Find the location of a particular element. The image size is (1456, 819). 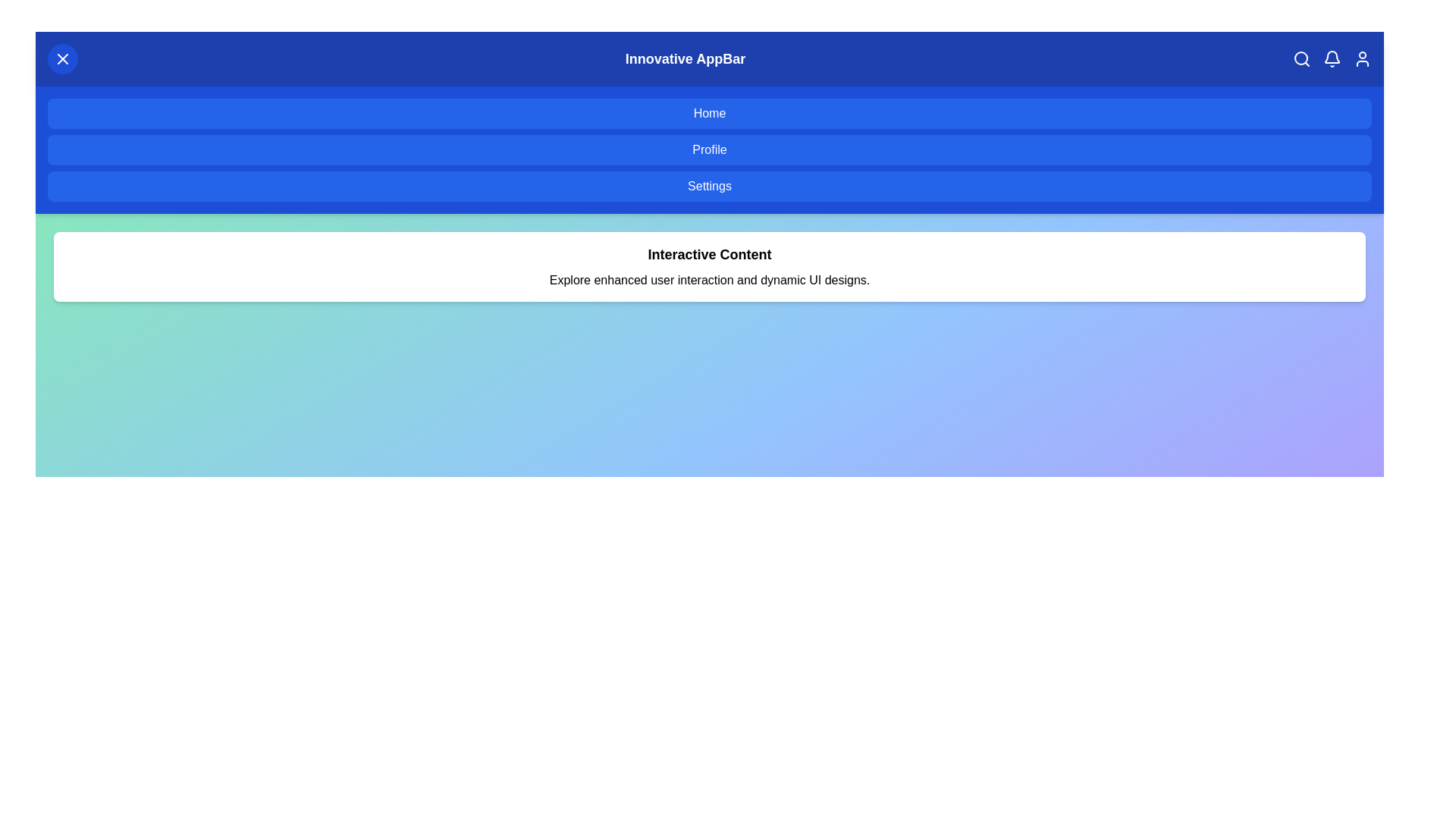

the Notifications icon in the header is located at coordinates (1331, 58).